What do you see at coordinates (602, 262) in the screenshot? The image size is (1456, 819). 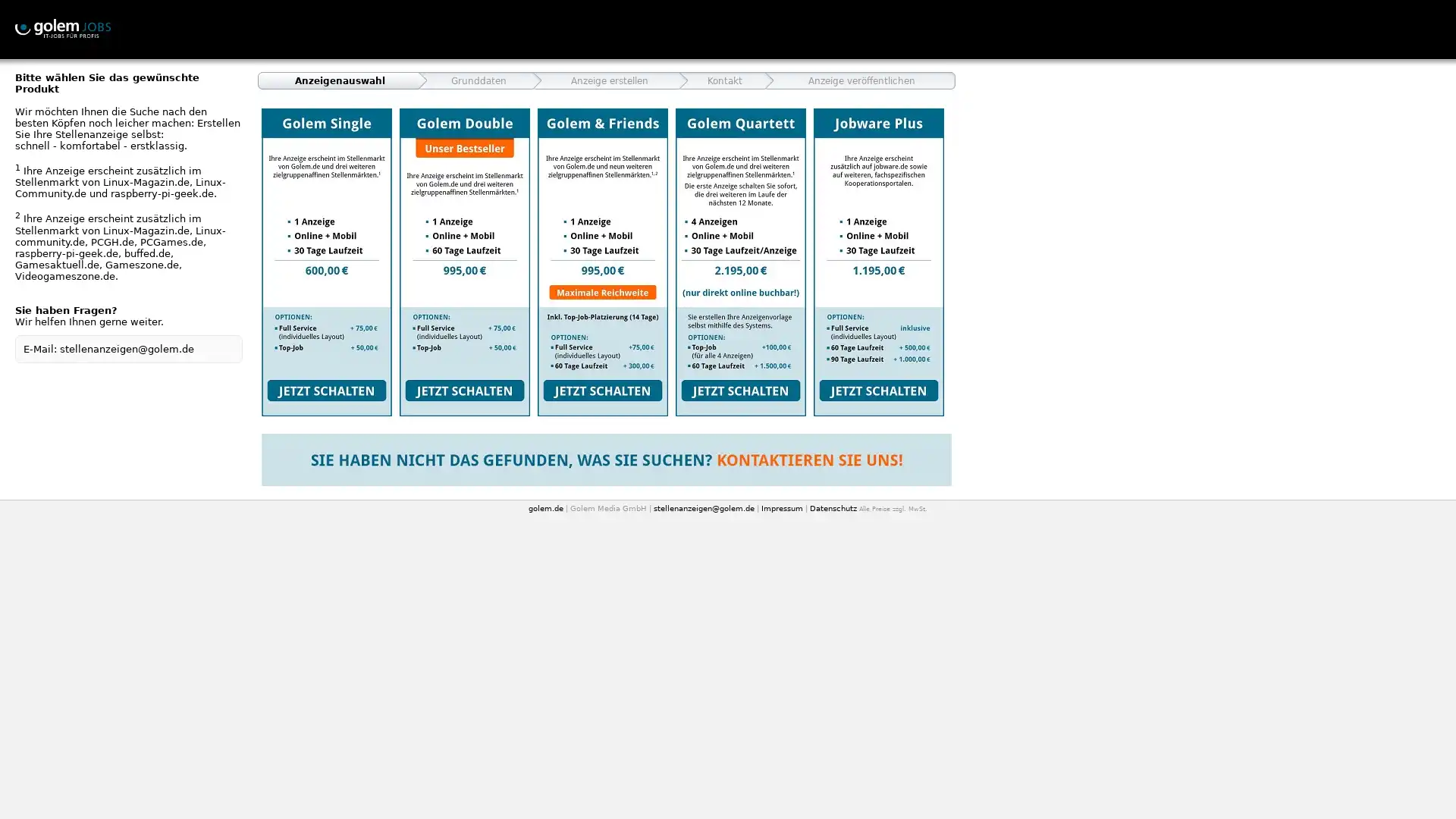 I see `Submit` at bounding box center [602, 262].